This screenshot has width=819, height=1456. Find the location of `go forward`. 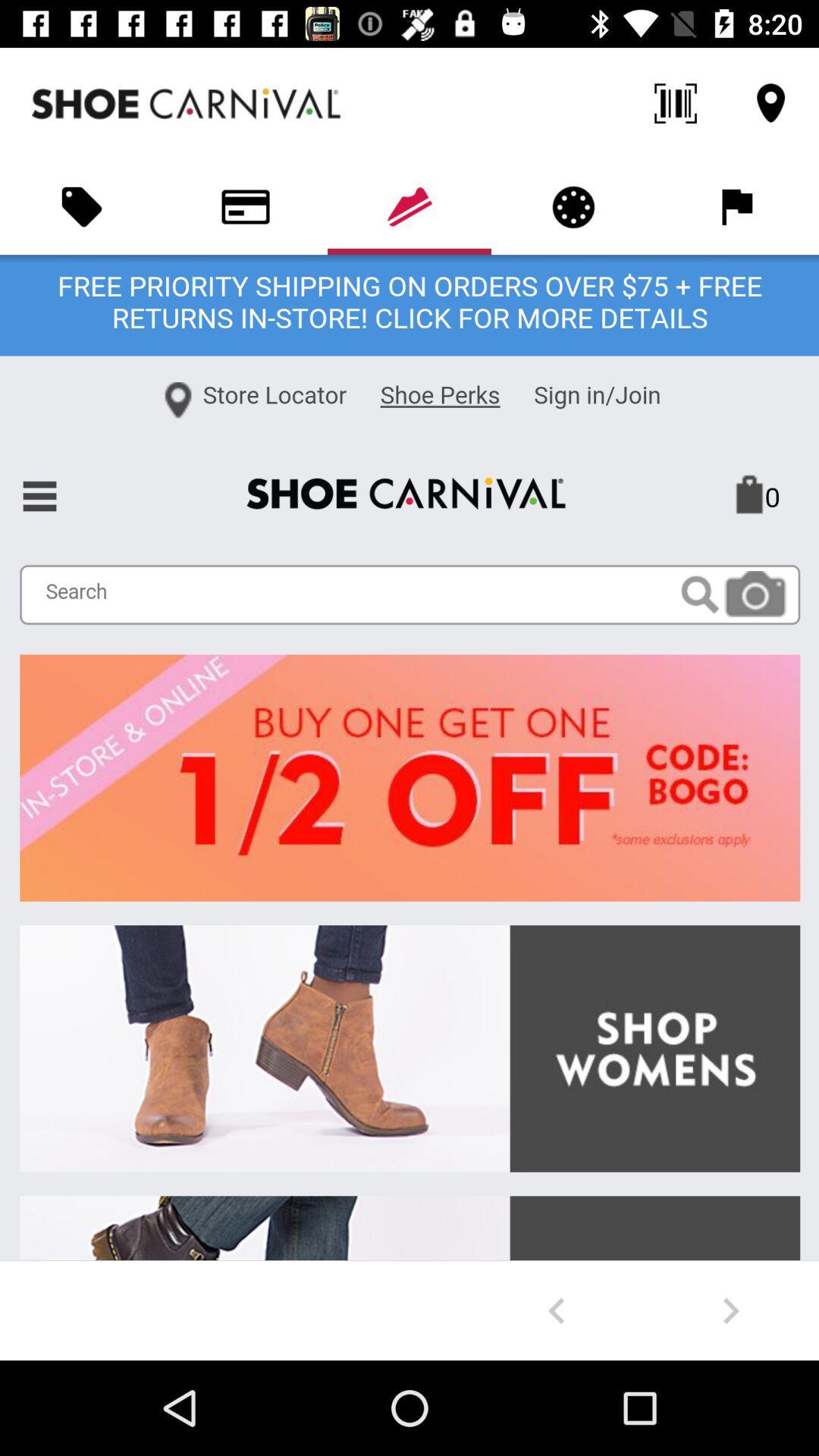

go forward is located at coordinates (730, 1310).